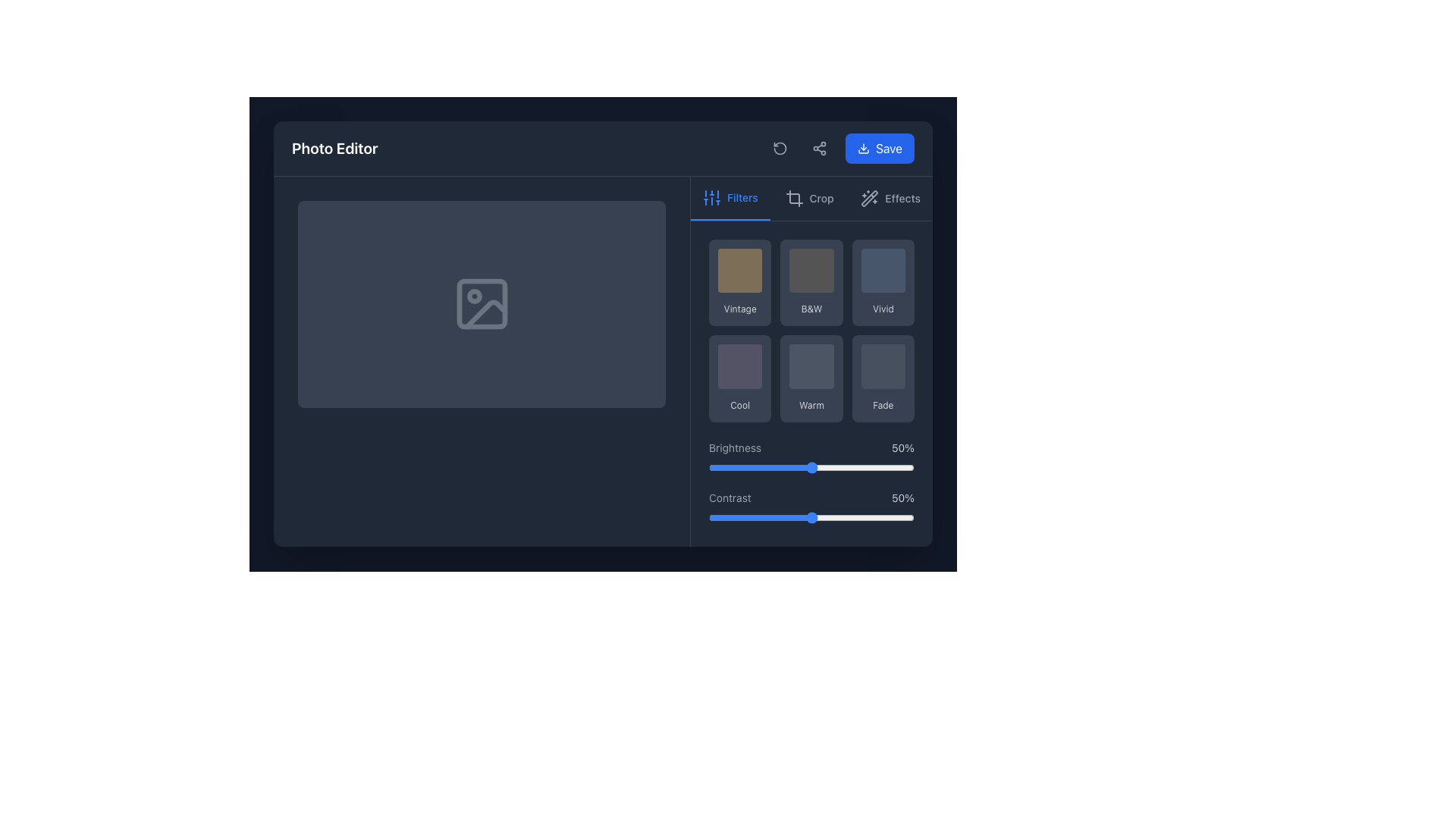  What do you see at coordinates (740, 270) in the screenshot?
I see `the 'Vintage' filter preview element located in the first row and first column of the grid layout` at bounding box center [740, 270].